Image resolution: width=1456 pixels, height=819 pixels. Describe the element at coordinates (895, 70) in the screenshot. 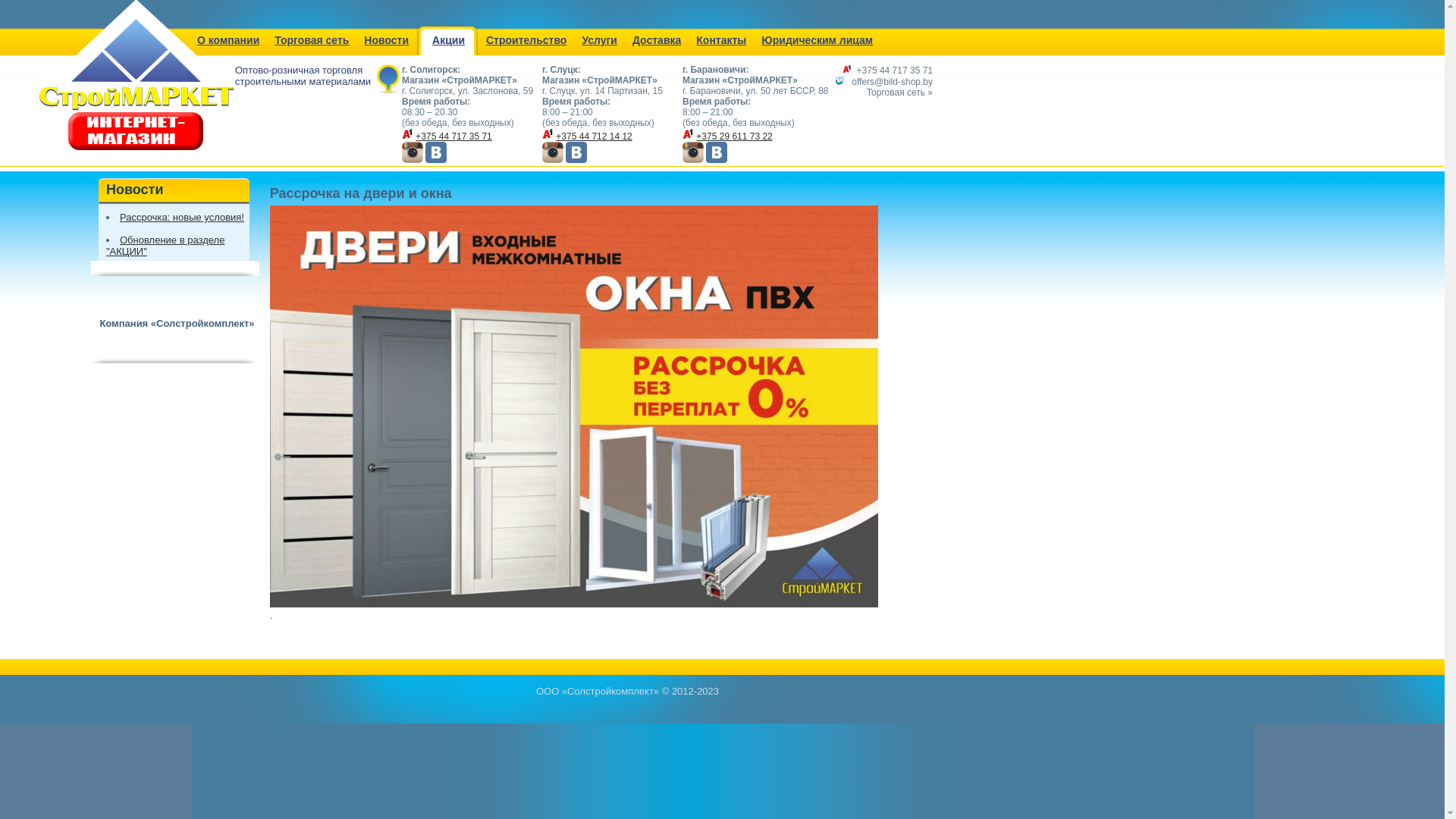

I see `'+375 44 717 35 71'` at that location.